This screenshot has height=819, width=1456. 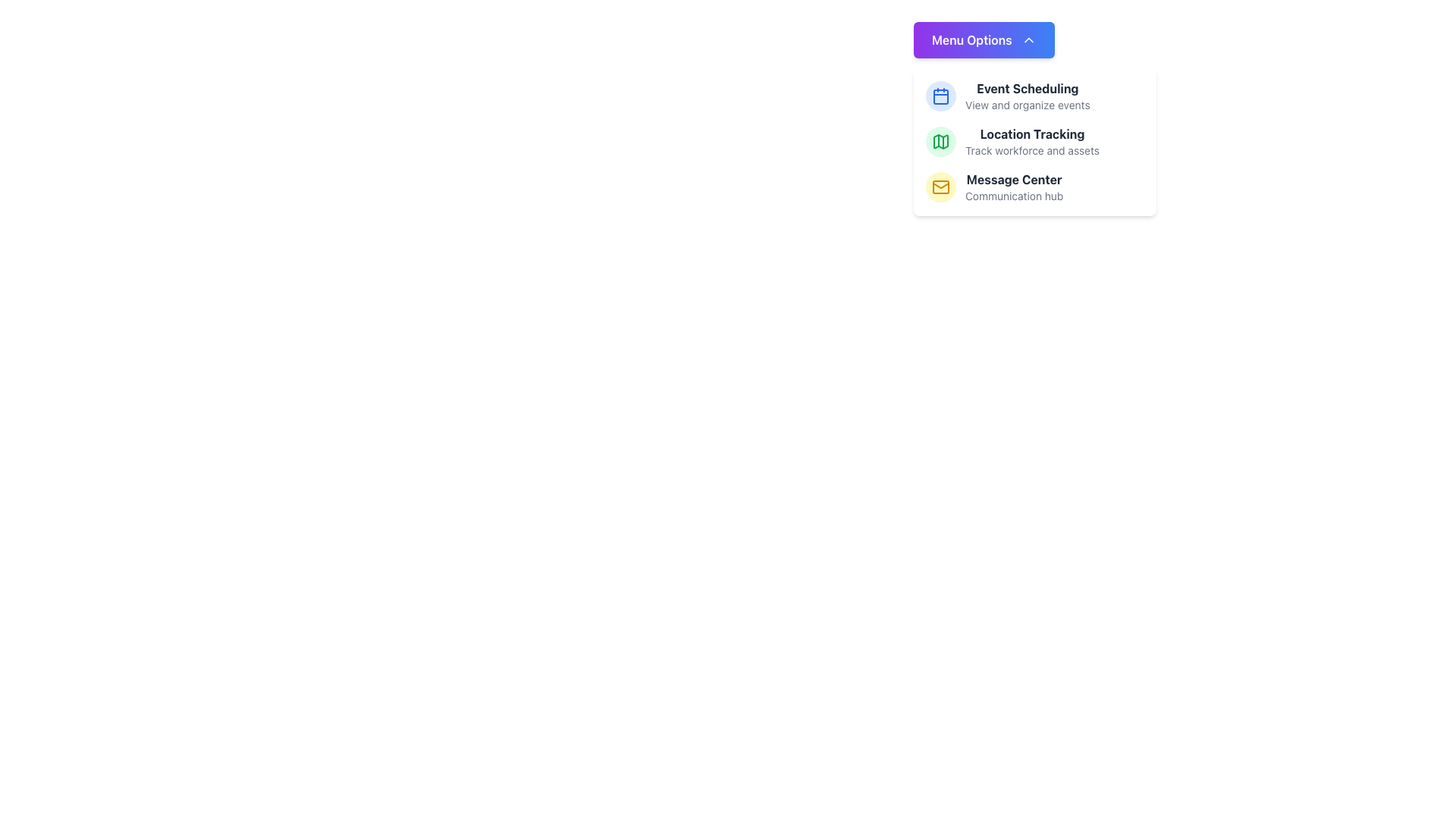 What do you see at coordinates (1014, 186) in the screenshot?
I see `the 'Message Center' menu option located in the vertical list of menu options, positioned between 'Location Tracking' and the lower boundary of the menu box` at bounding box center [1014, 186].